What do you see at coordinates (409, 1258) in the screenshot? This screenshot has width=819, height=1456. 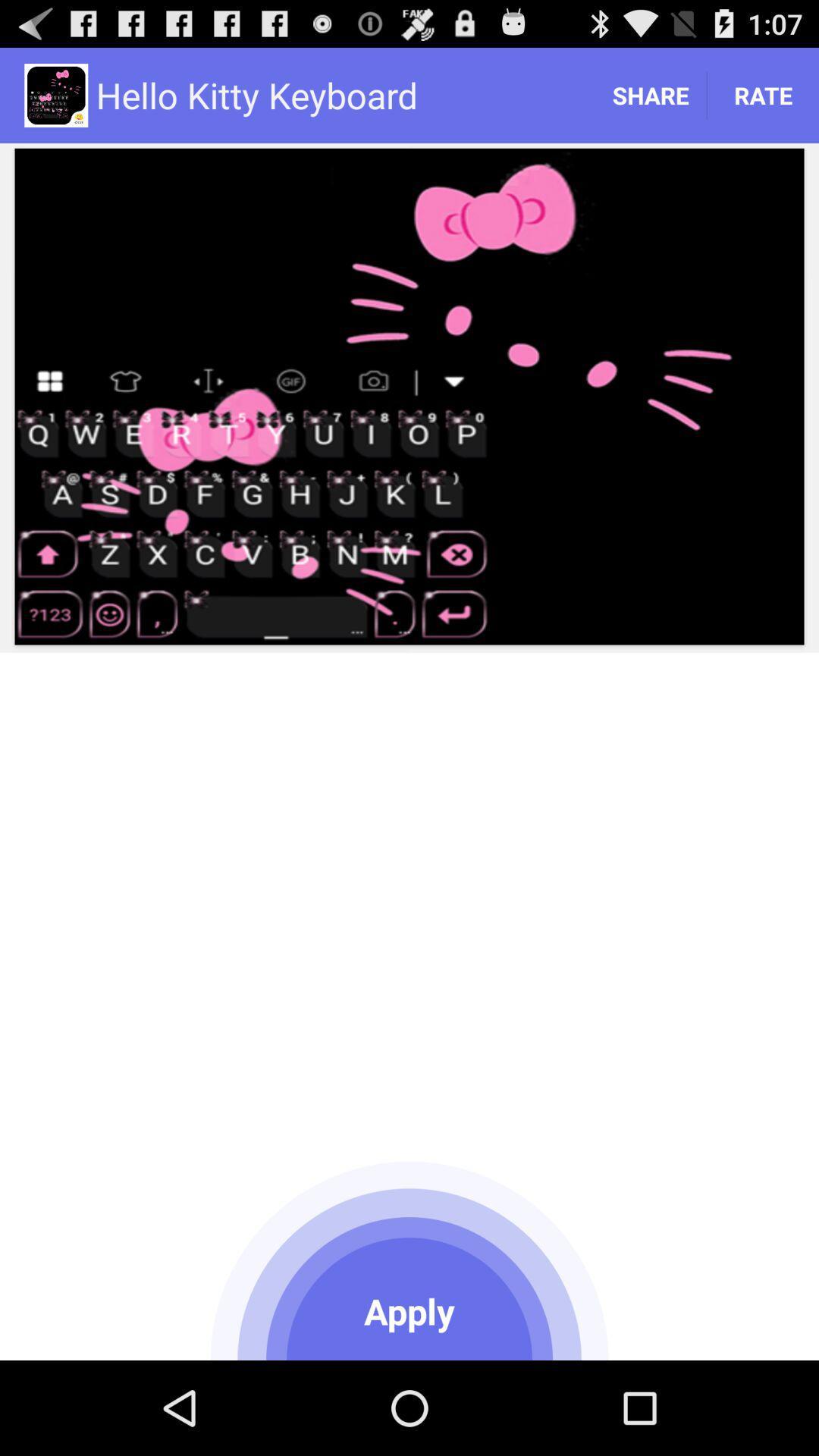 I see `this is what you would click to save your changes that you made` at bounding box center [409, 1258].